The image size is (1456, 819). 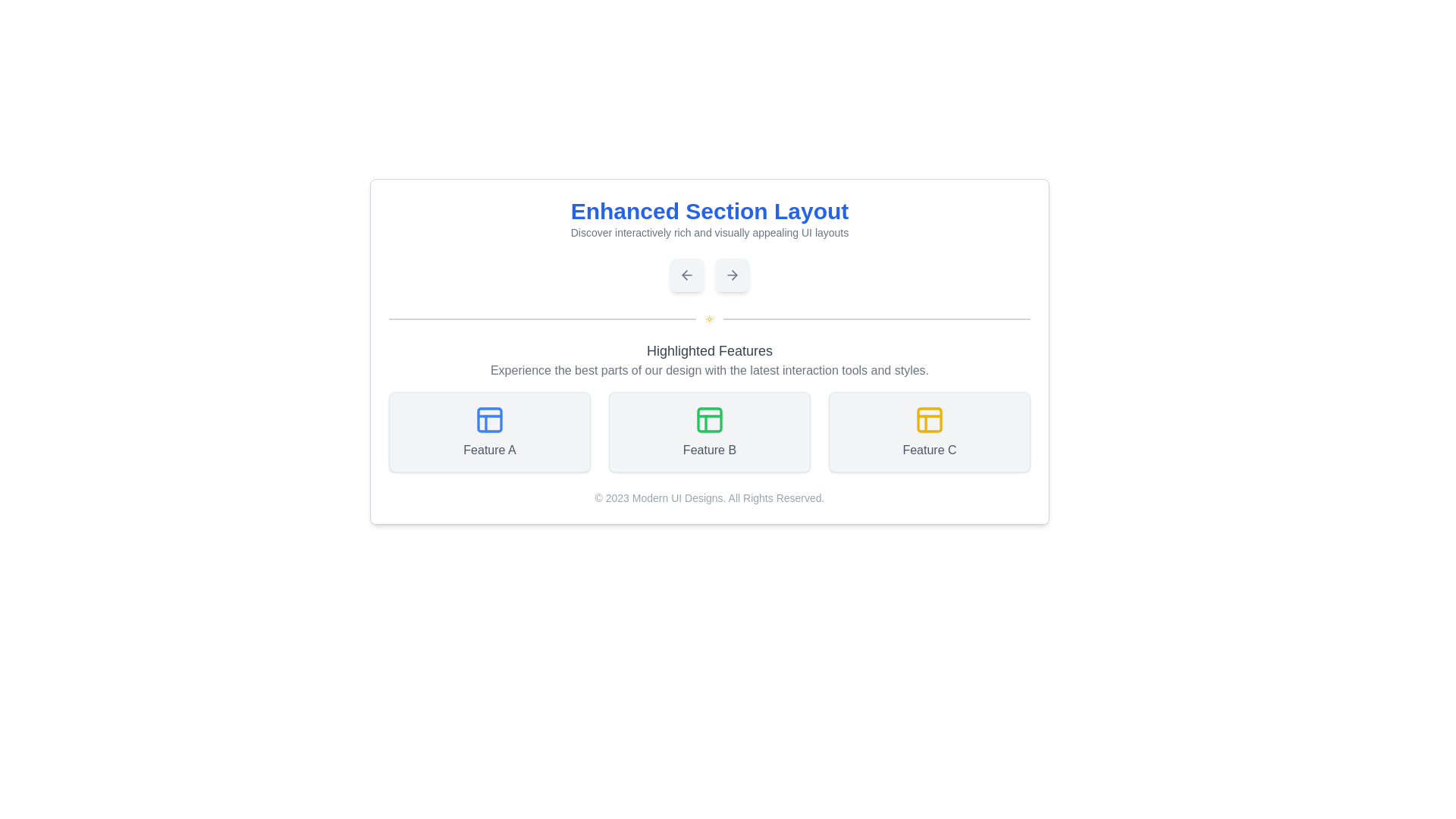 I want to click on the yellow rounded rectangle within the 'Feature C' button in the bottom right section of the icon, so click(x=928, y=420).